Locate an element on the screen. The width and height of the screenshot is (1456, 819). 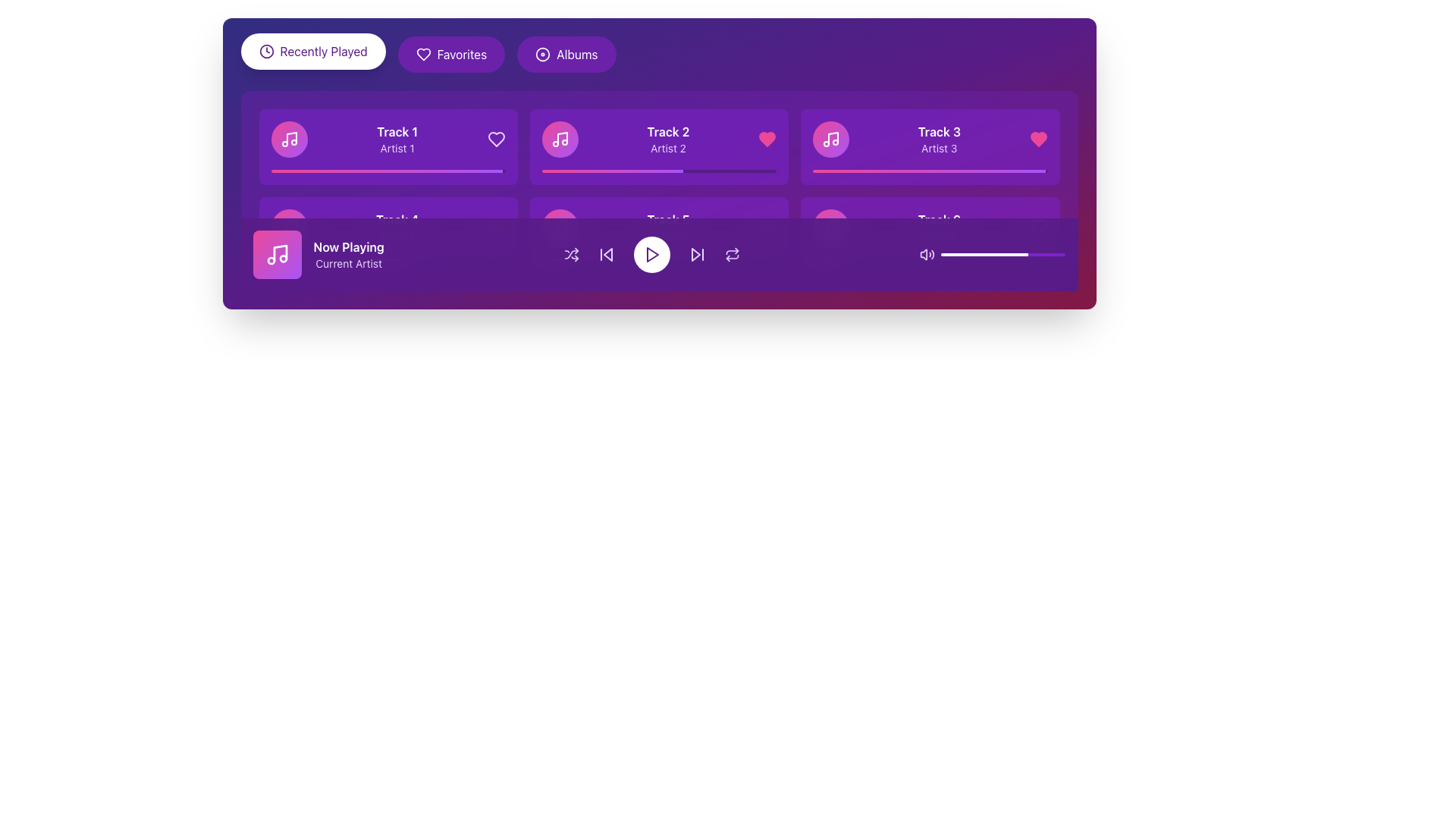
the circular button with a white background and a purple play icon is located at coordinates (652, 253).